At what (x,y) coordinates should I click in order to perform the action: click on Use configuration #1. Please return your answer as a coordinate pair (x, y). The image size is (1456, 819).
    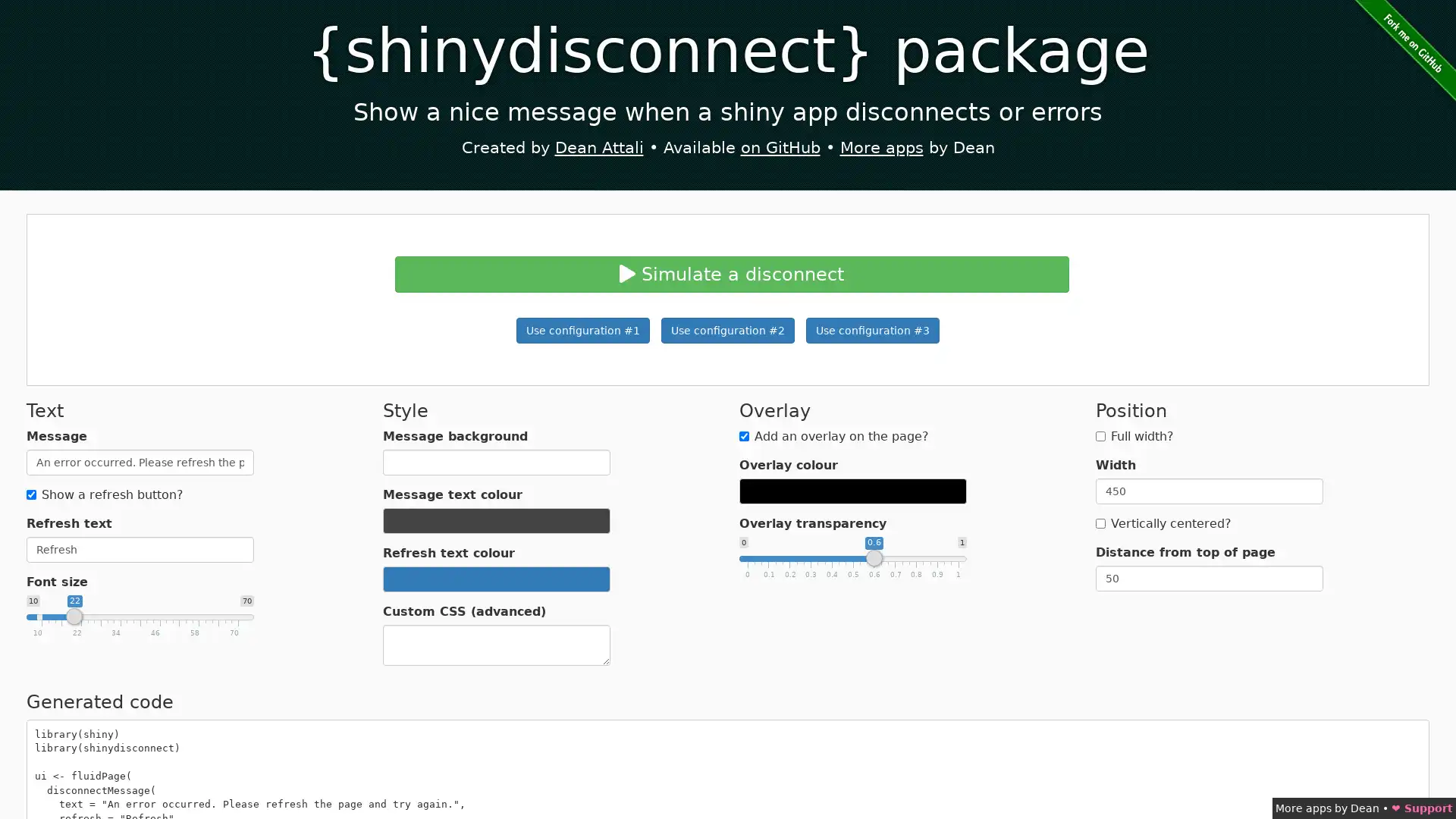
    Looking at the image, I should click on (582, 329).